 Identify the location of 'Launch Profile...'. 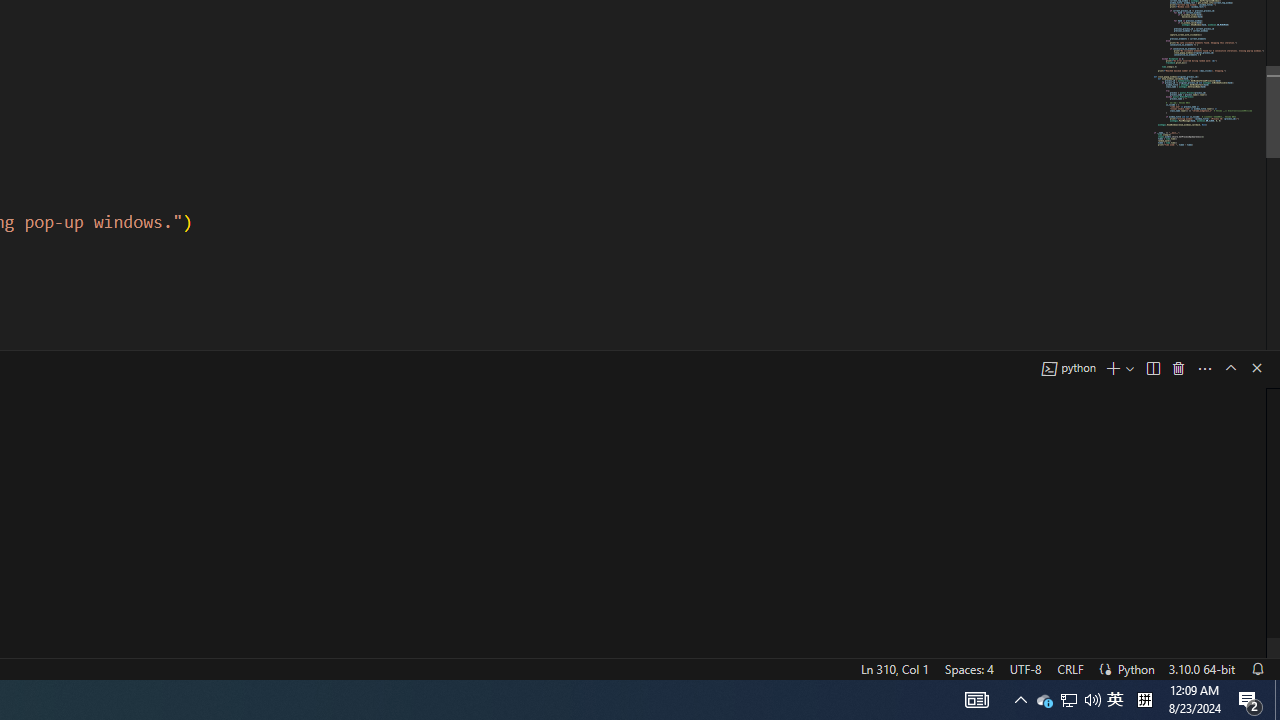
(1130, 368).